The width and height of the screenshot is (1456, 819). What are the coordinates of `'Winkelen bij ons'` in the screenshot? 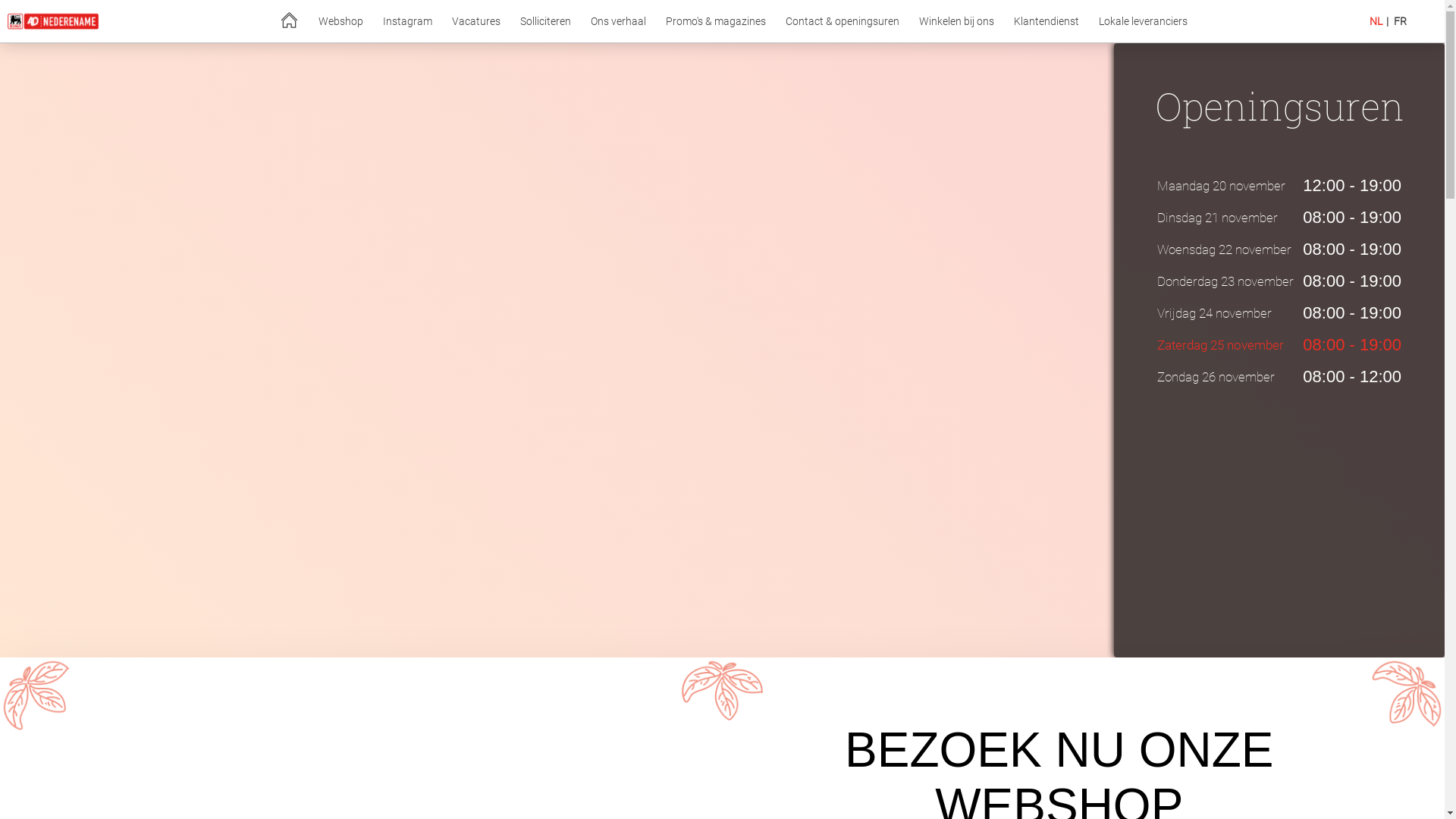 It's located at (955, 20).